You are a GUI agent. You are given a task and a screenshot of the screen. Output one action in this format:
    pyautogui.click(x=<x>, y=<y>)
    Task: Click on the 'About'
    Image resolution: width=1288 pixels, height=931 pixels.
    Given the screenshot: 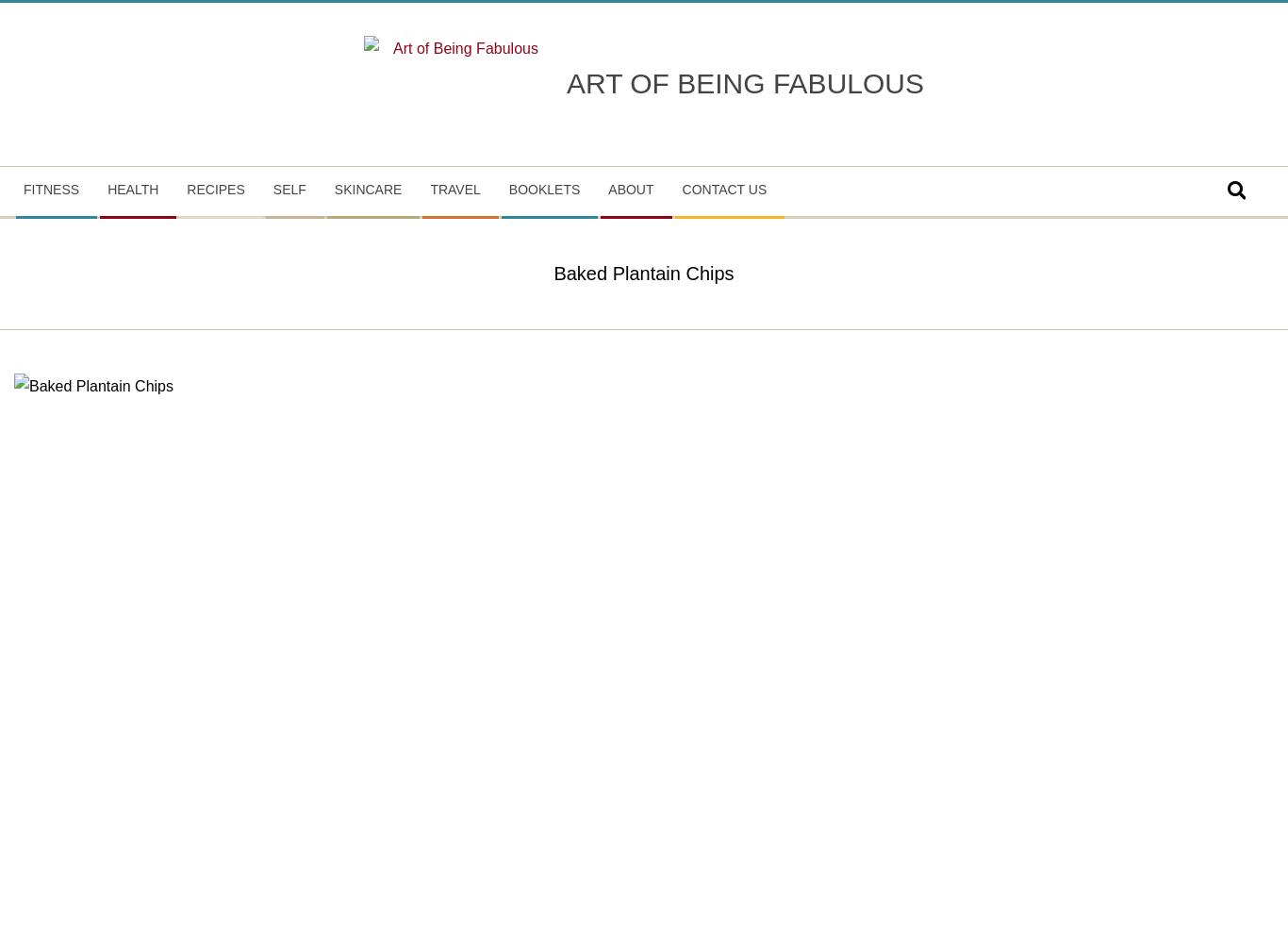 What is the action you would take?
    pyautogui.click(x=630, y=187)
    